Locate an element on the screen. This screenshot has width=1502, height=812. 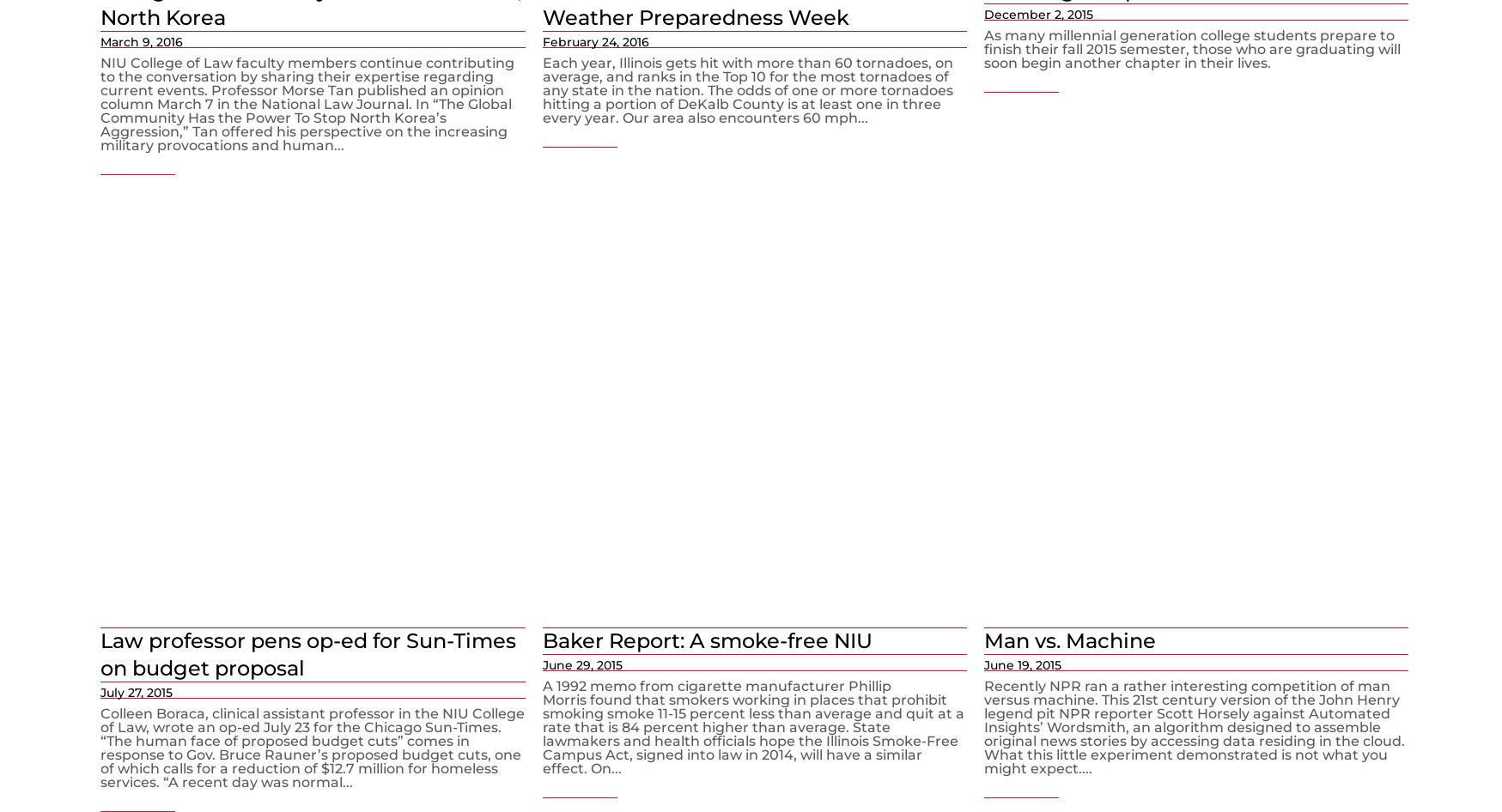
'Colleen Boraca, clinical assistant professor in the NIU College of Law, wrote an op-ed July 23 for the Chicago Sun-Times. “The human face of proposed budget cuts” comes in response to Gov. Bruce Rauner’s proposed budget cuts, one of which calls for a reduction of $12.7 million for homeless services. “A recent day was normal...' is located at coordinates (100, 746).